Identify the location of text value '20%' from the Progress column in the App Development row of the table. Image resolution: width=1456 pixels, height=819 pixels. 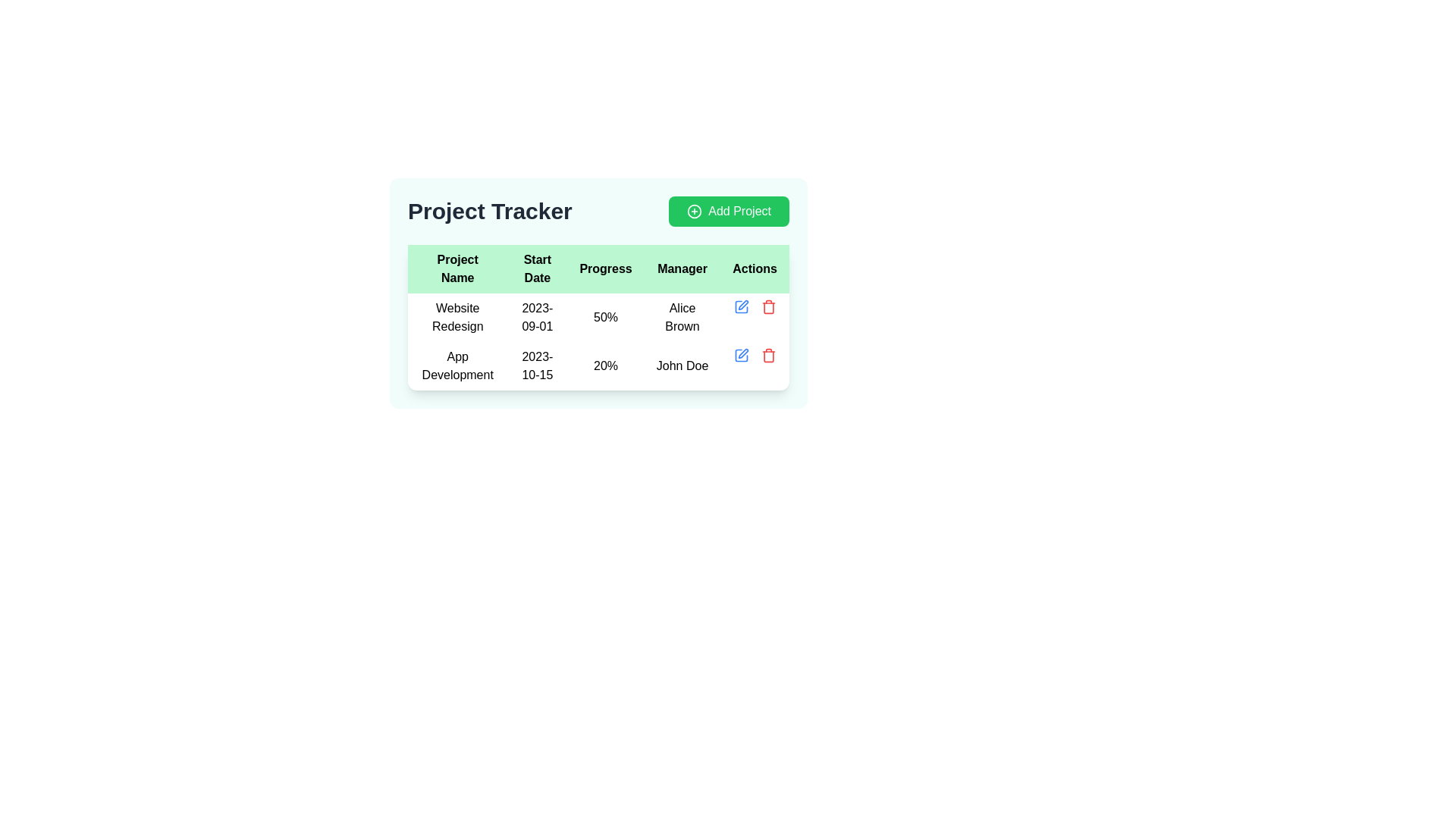
(605, 366).